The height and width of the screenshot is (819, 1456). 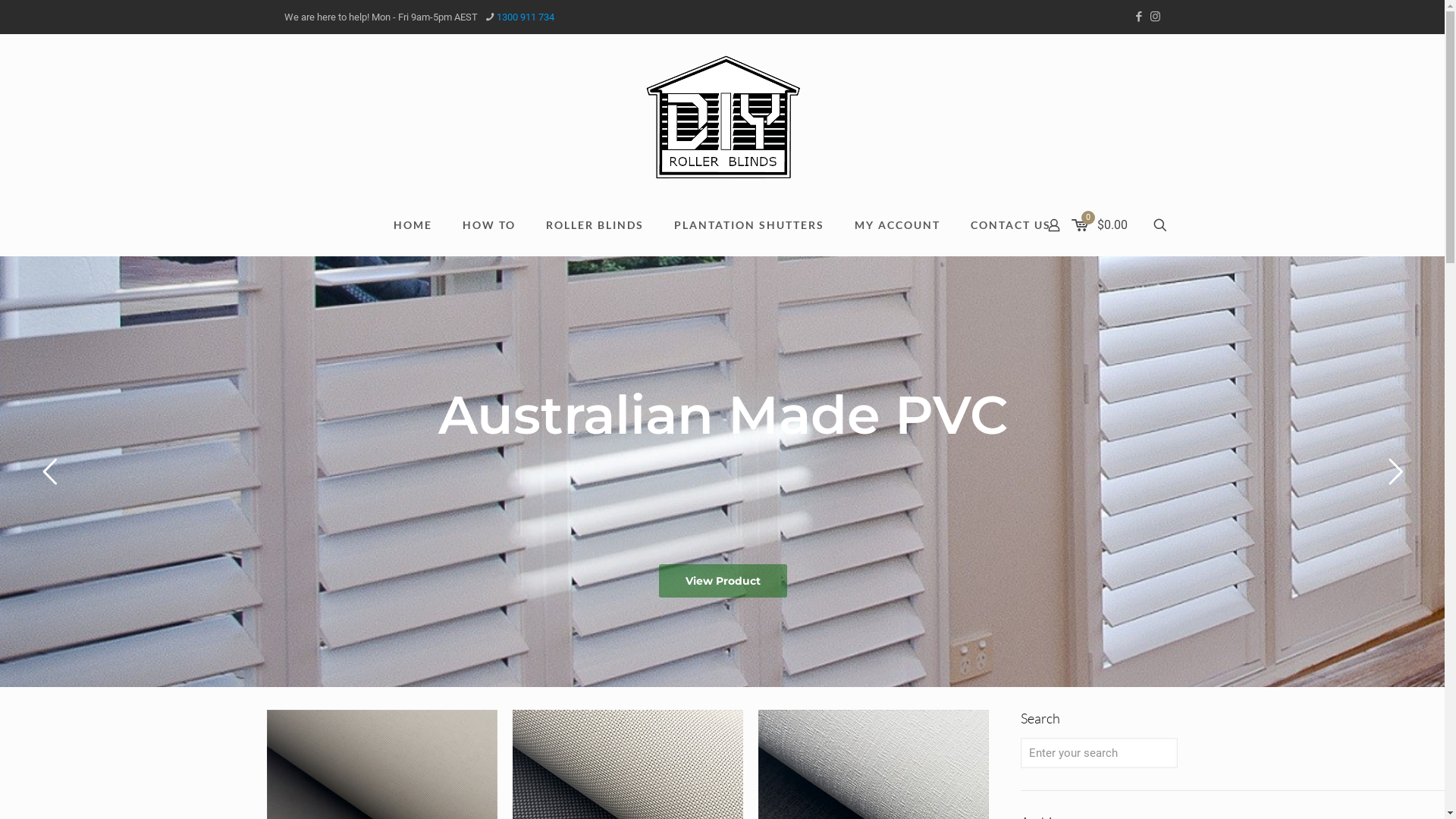 I want to click on 'HOW TO', so click(x=447, y=225).